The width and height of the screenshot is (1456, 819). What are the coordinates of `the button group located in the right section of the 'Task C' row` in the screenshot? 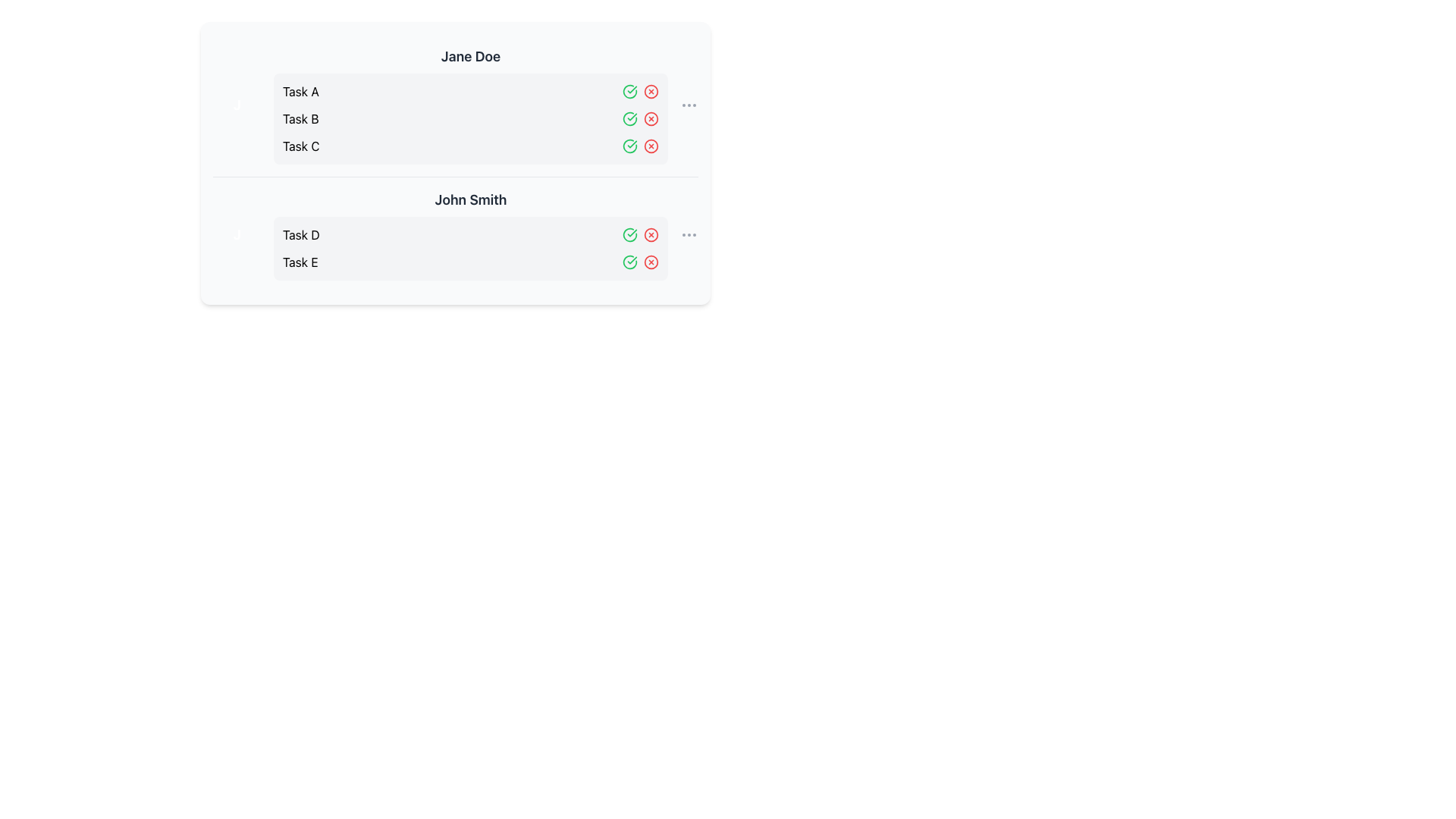 It's located at (640, 146).